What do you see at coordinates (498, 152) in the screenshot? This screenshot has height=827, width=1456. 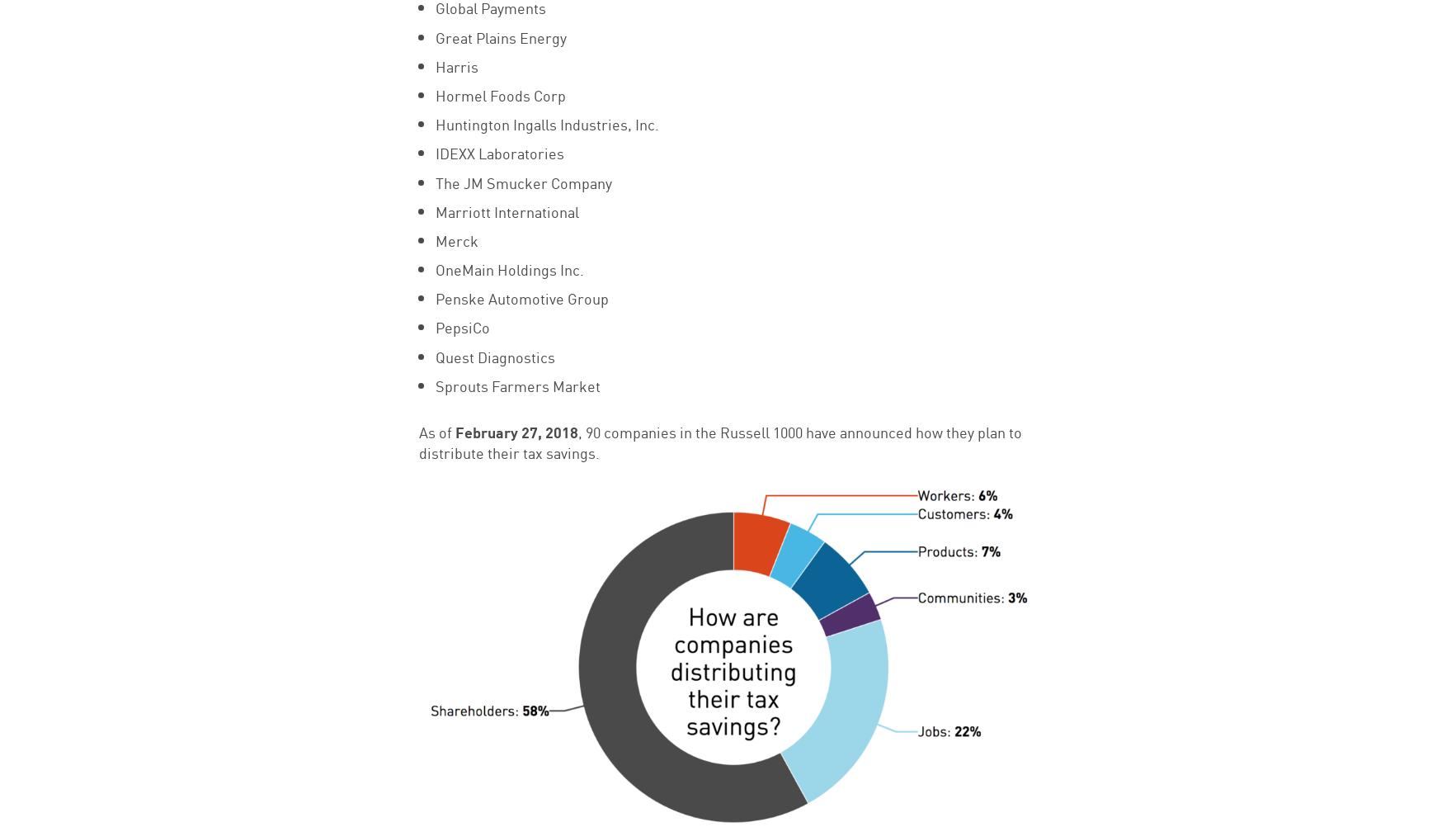 I see `'IDEXX Laboratories'` at bounding box center [498, 152].